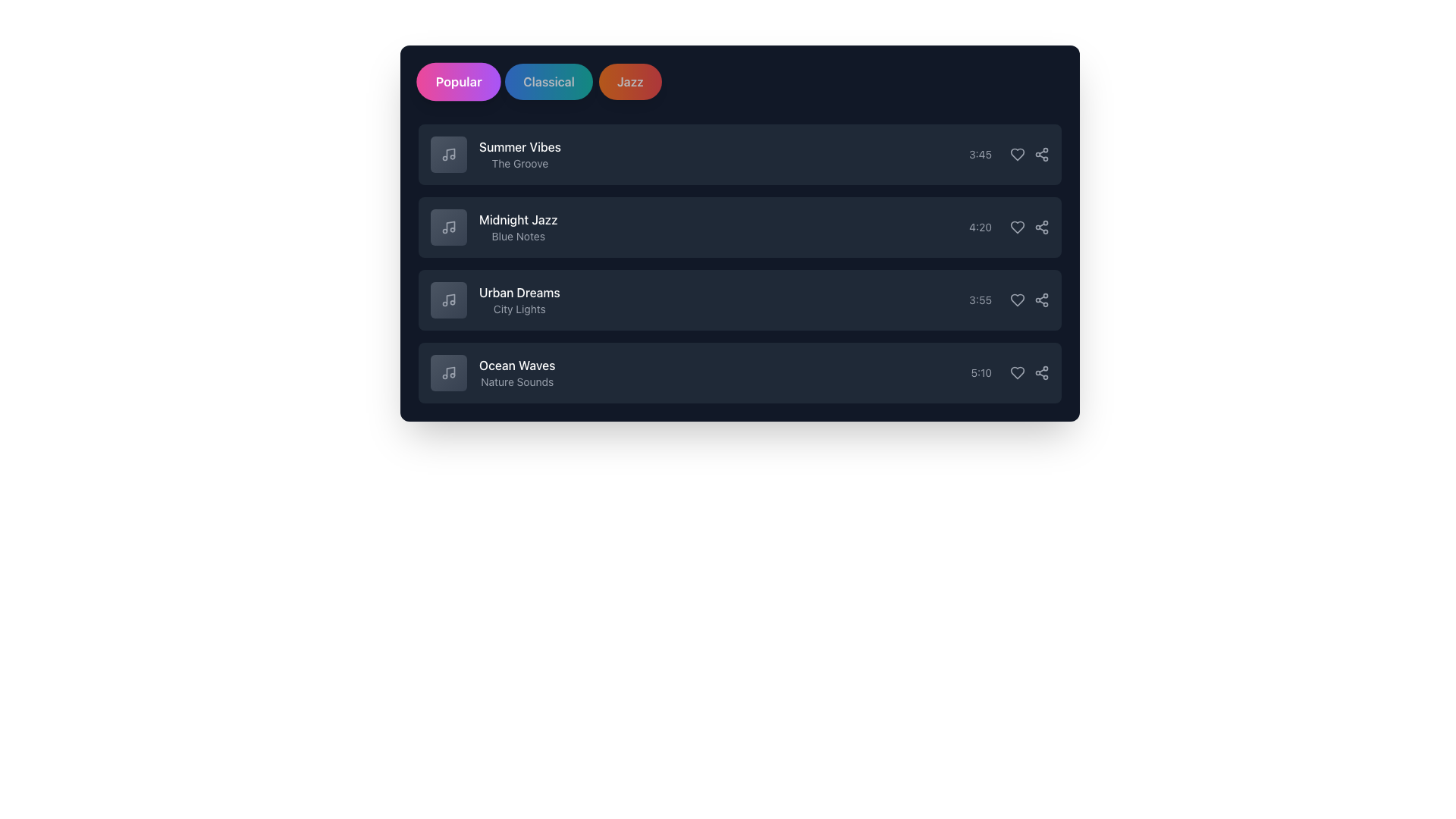 The image size is (1456, 819). Describe the element at coordinates (518, 227) in the screenshot. I see `the 'Midnight Jazz' and 'Blue Notes' text-label group` at that location.